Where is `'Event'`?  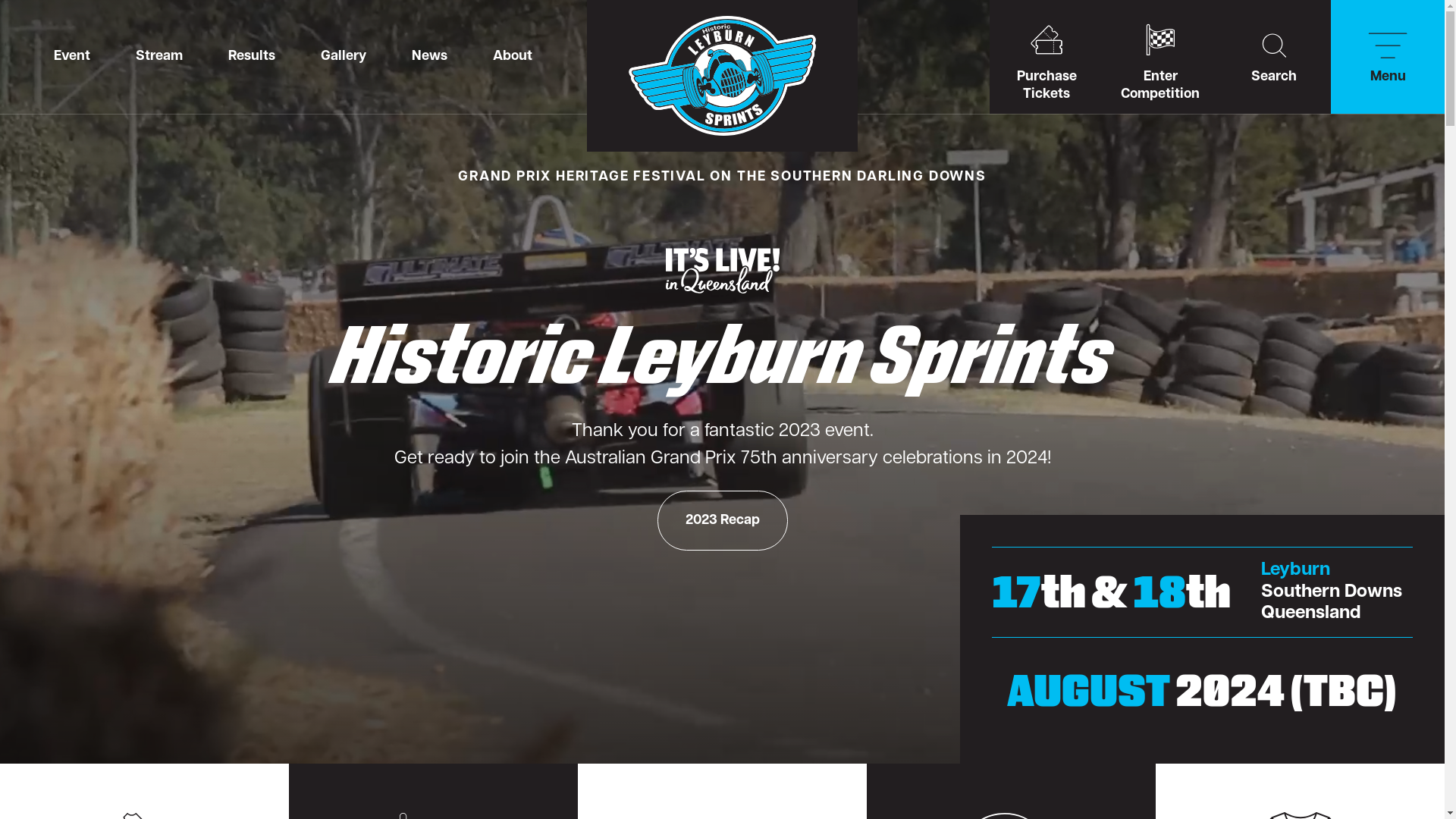
'Event' is located at coordinates (71, 55).